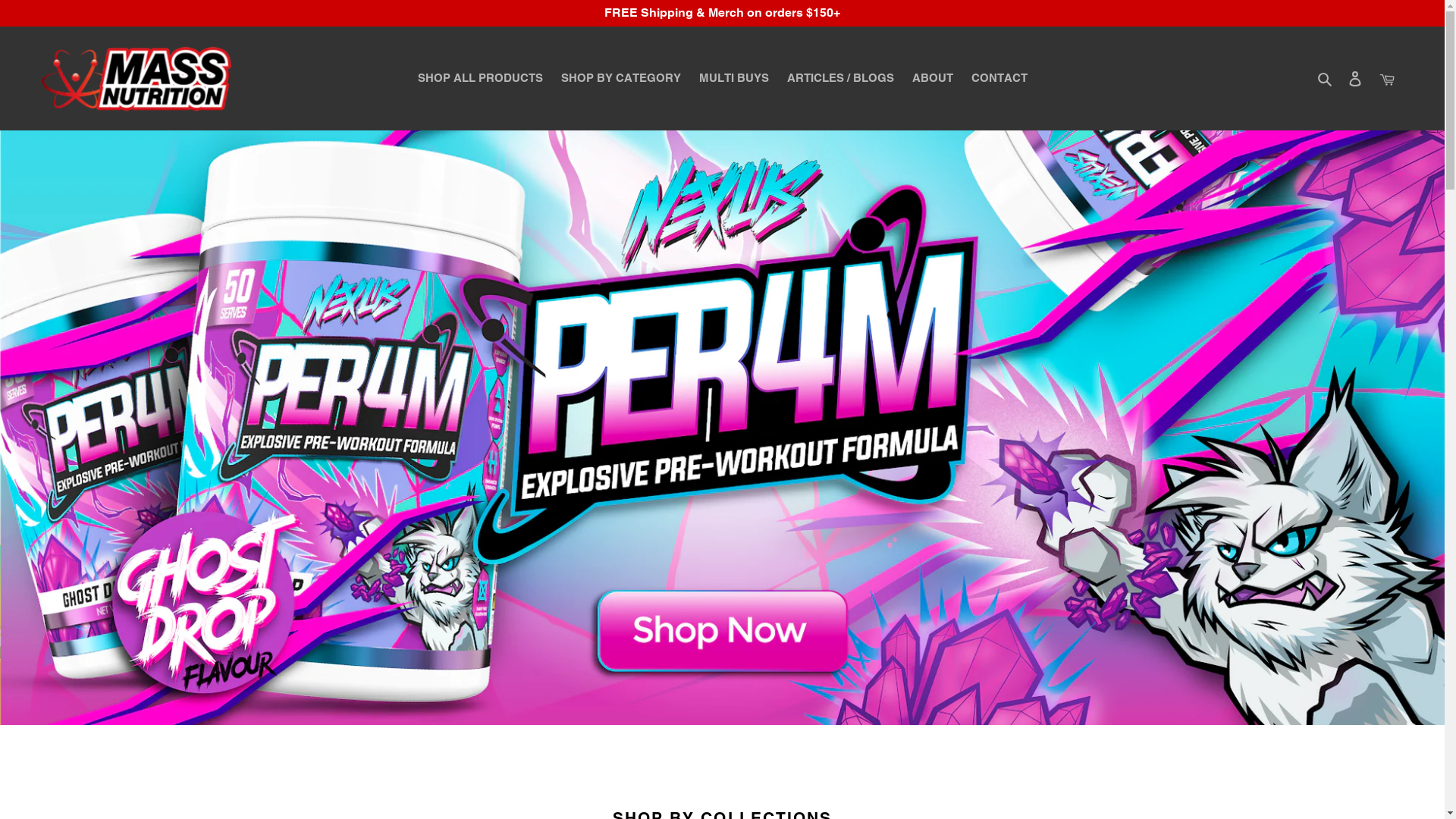 This screenshot has width=1456, height=819. What do you see at coordinates (1354, 78) in the screenshot?
I see `'Log in'` at bounding box center [1354, 78].